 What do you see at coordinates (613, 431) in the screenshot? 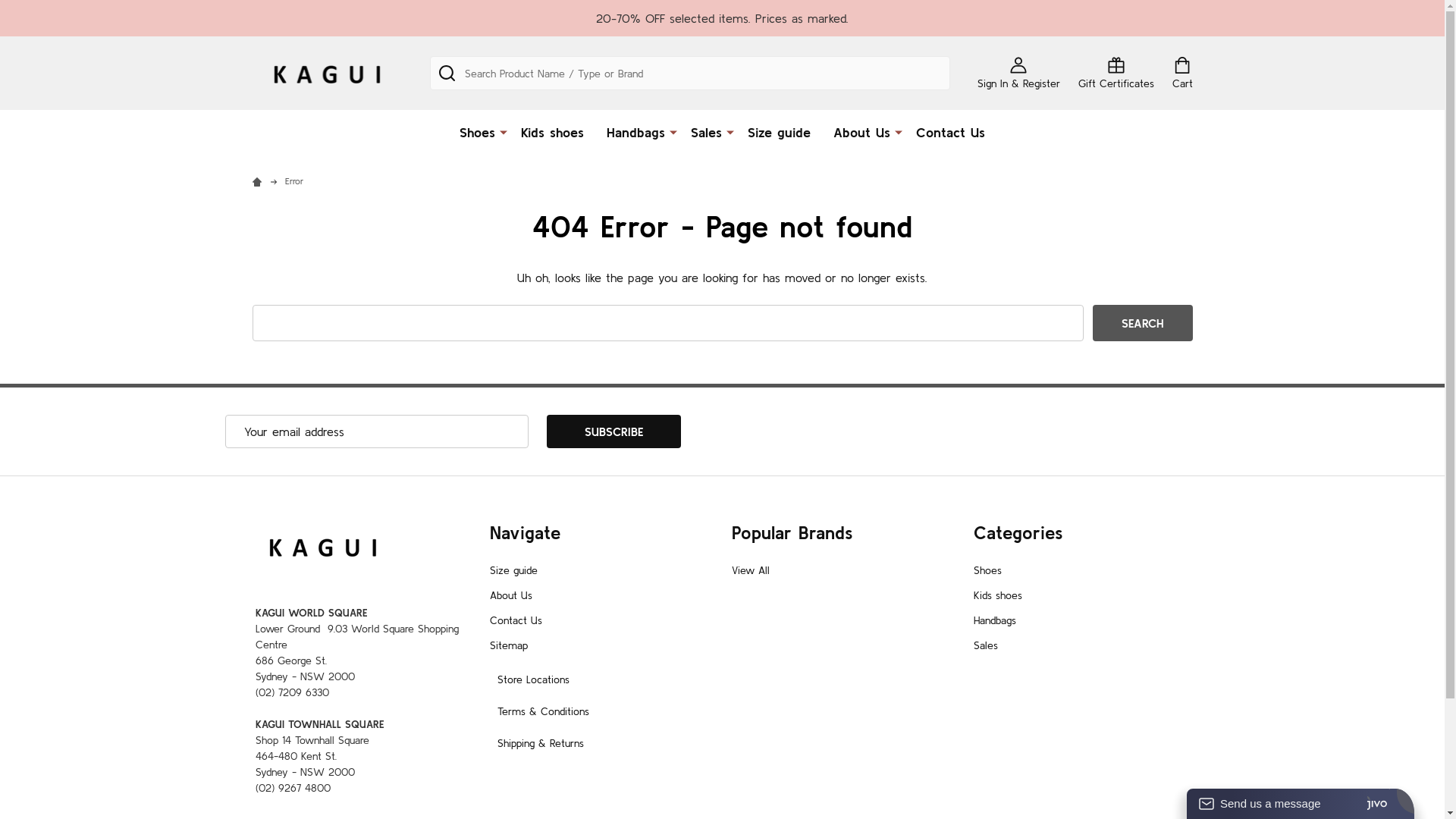
I see `'SUBSCRIBE'` at bounding box center [613, 431].